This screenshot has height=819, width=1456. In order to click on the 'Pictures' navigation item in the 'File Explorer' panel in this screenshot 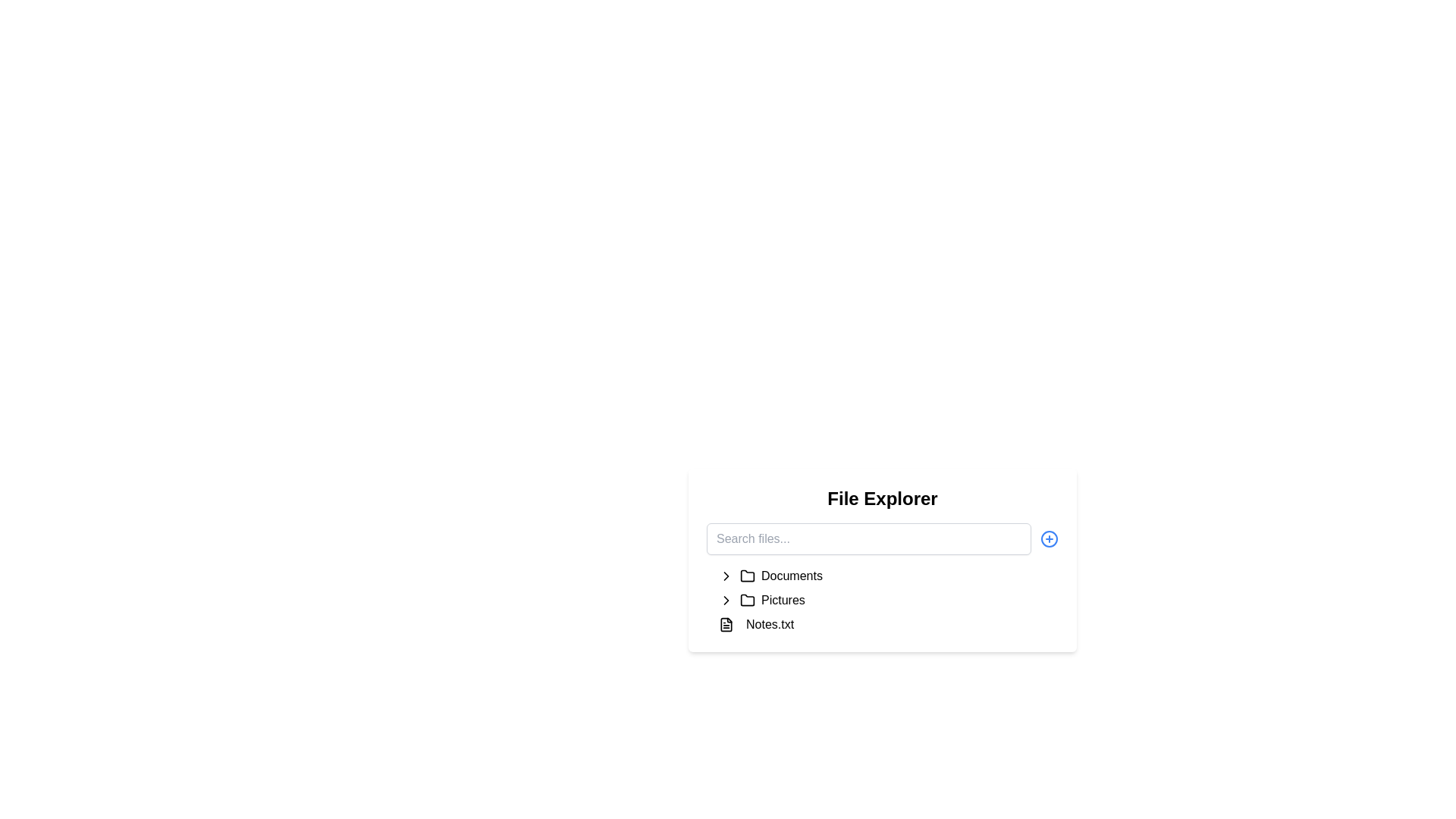, I will do `click(888, 599)`.